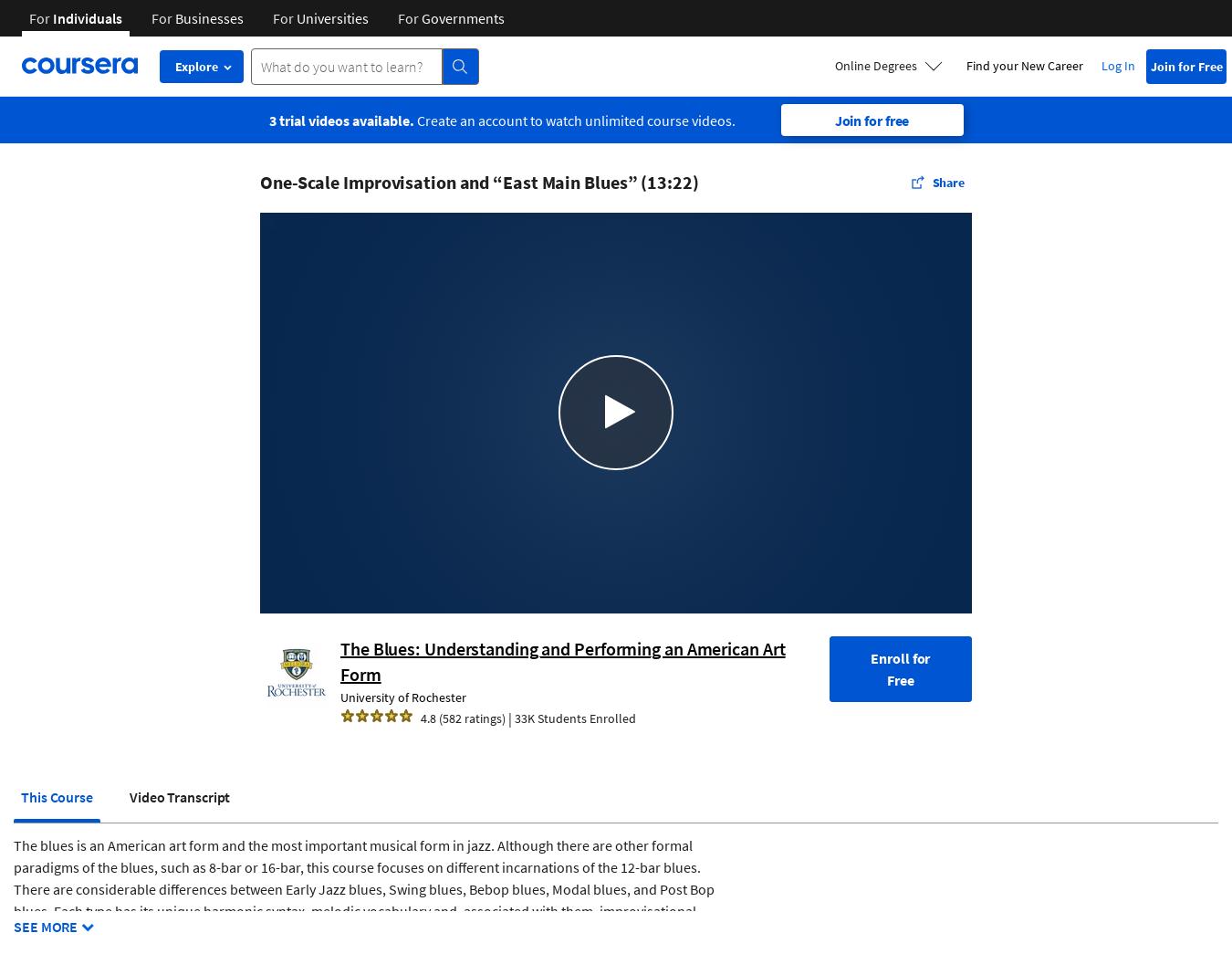  Describe the element at coordinates (562, 659) in the screenshot. I see `'The Blues: Understanding and Performing an American Art Form'` at that location.